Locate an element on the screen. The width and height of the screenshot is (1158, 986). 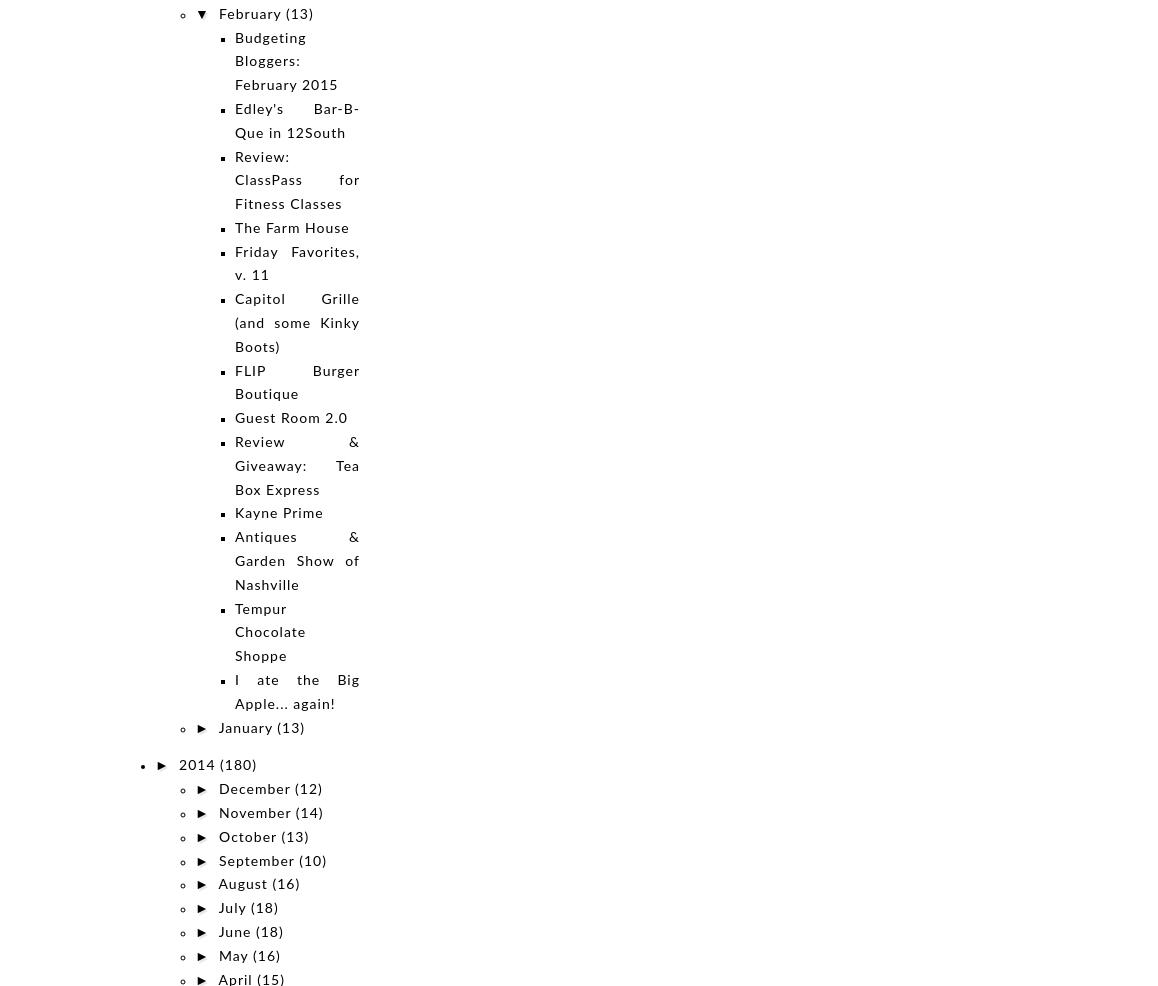
'I ate the Big Apple... again!' is located at coordinates (297, 691).